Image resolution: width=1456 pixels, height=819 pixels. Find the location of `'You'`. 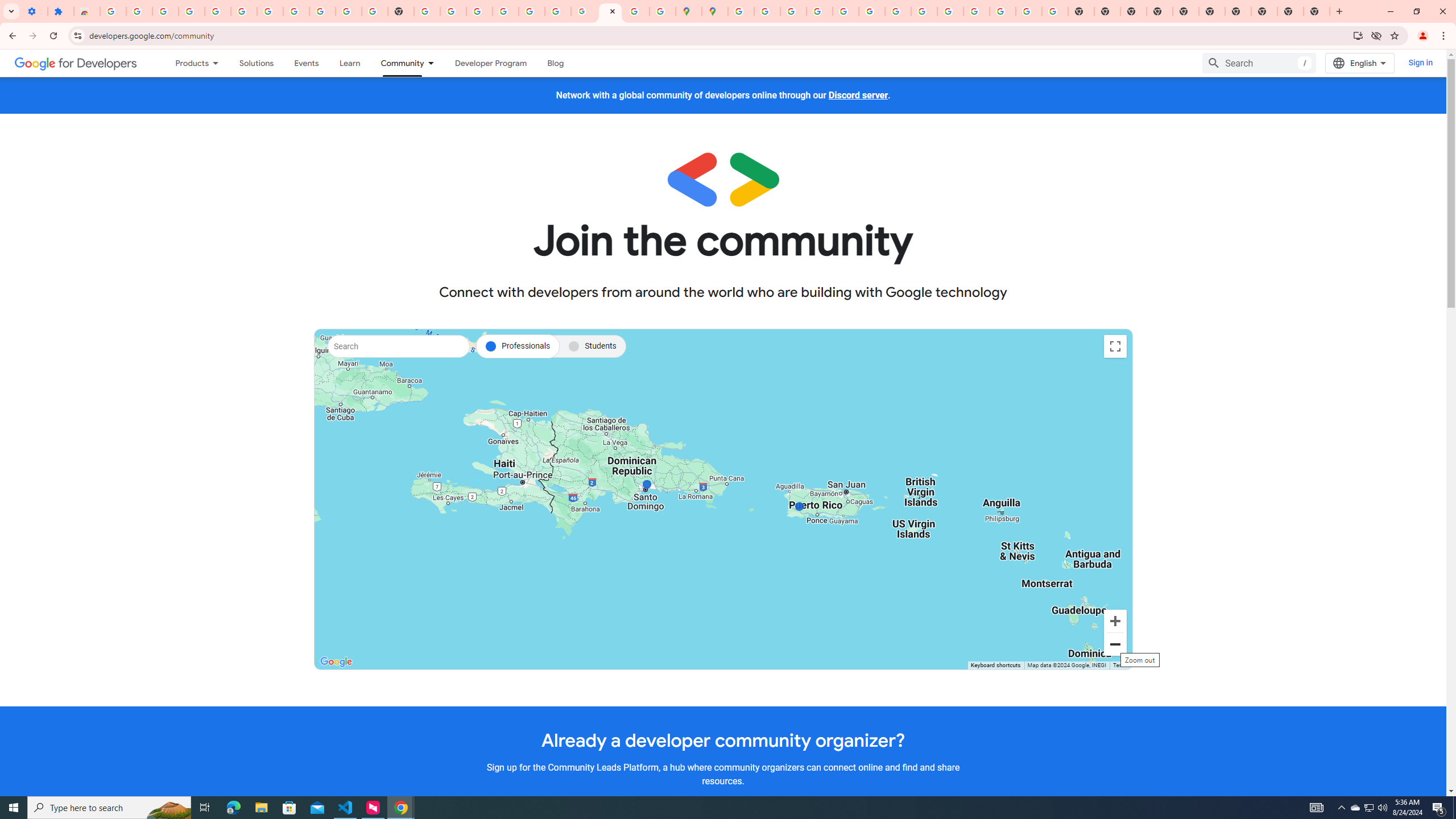

'You' is located at coordinates (1423, 35).